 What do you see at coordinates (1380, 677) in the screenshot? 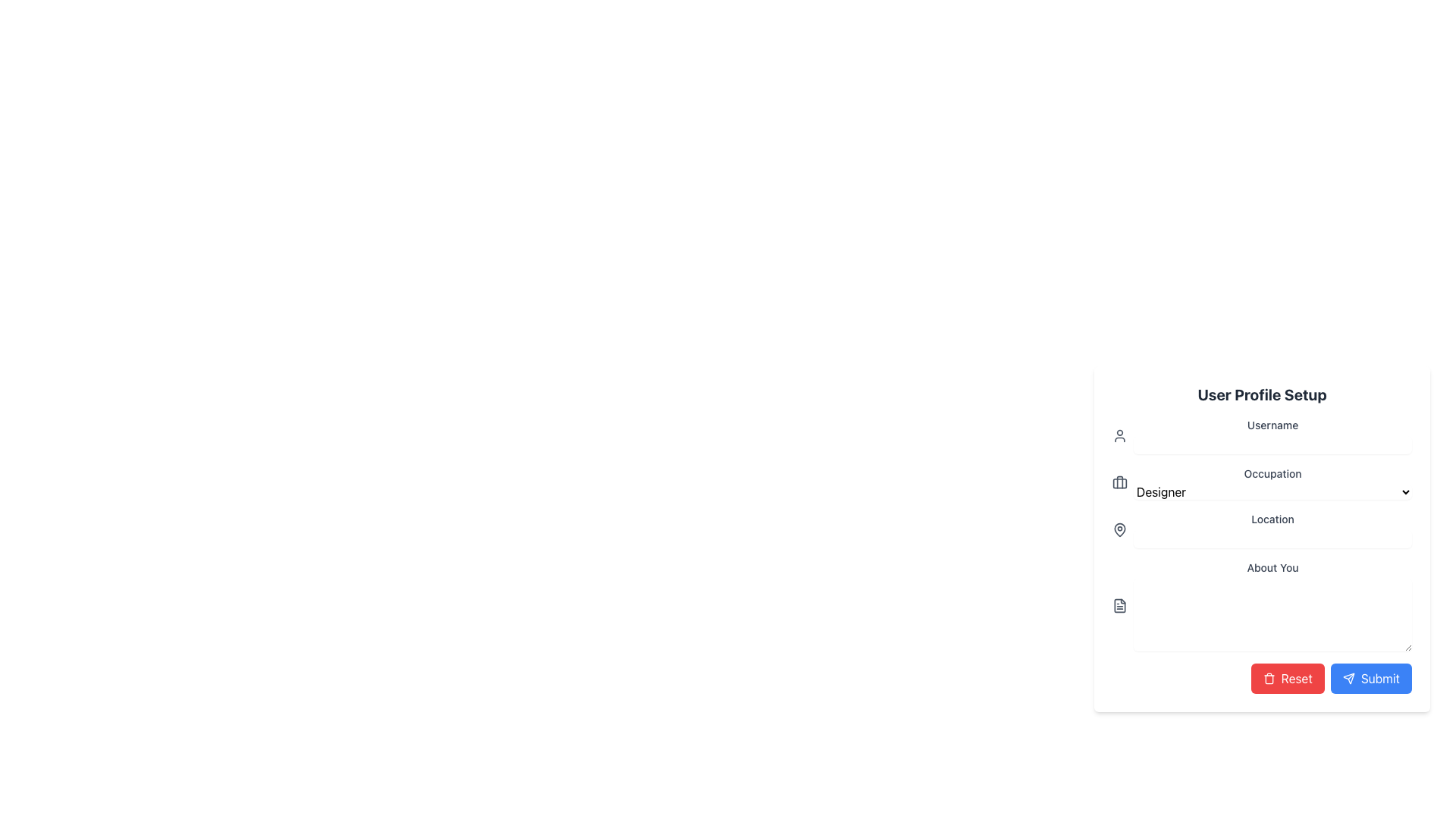
I see `text from the 'Submit' label, which is styled with a white font on a blue background and is located within the button labeled 'Submit'` at bounding box center [1380, 677].